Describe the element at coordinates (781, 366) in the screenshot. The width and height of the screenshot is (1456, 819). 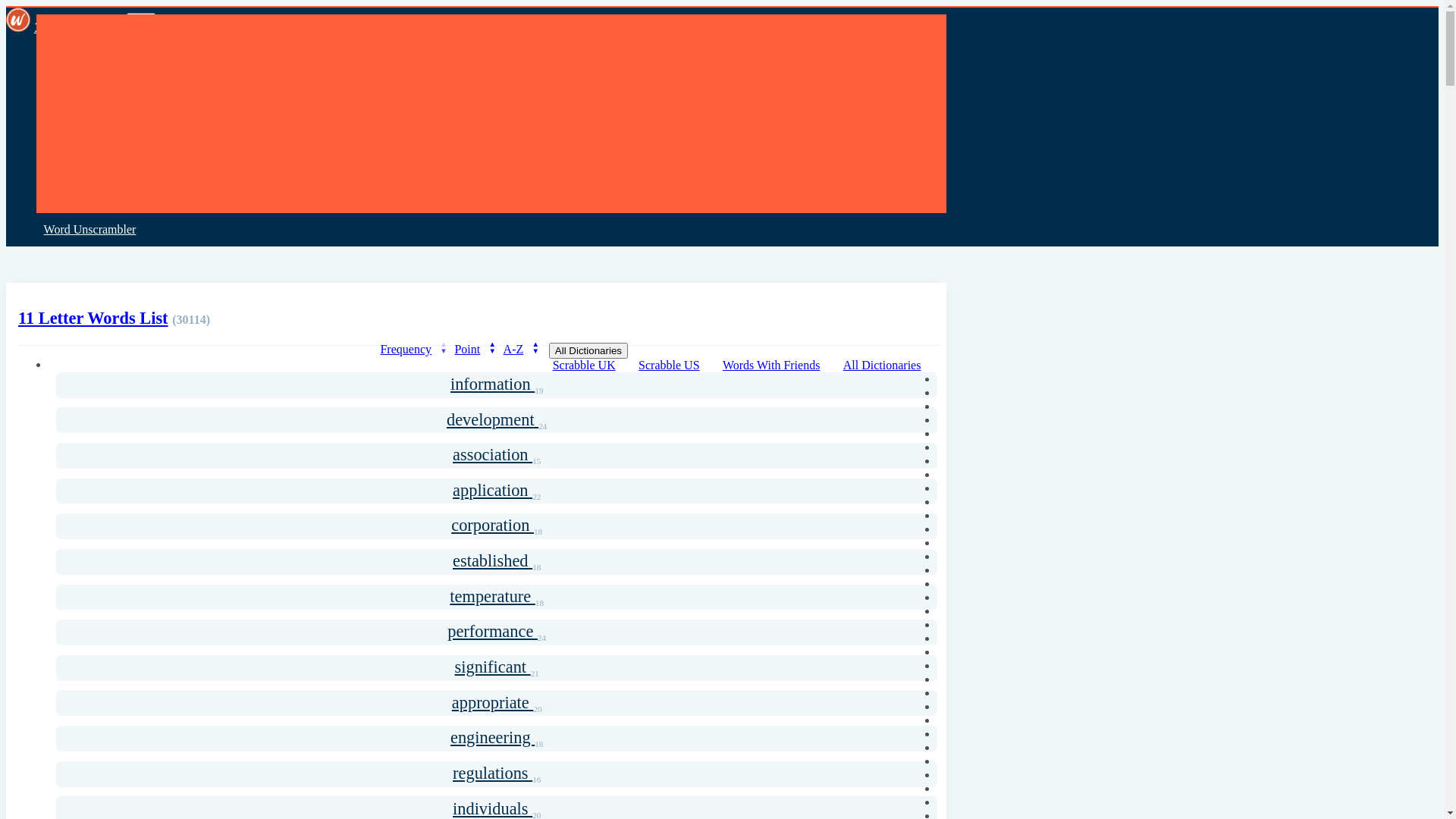
I see `'Words With Friends'` at that location.